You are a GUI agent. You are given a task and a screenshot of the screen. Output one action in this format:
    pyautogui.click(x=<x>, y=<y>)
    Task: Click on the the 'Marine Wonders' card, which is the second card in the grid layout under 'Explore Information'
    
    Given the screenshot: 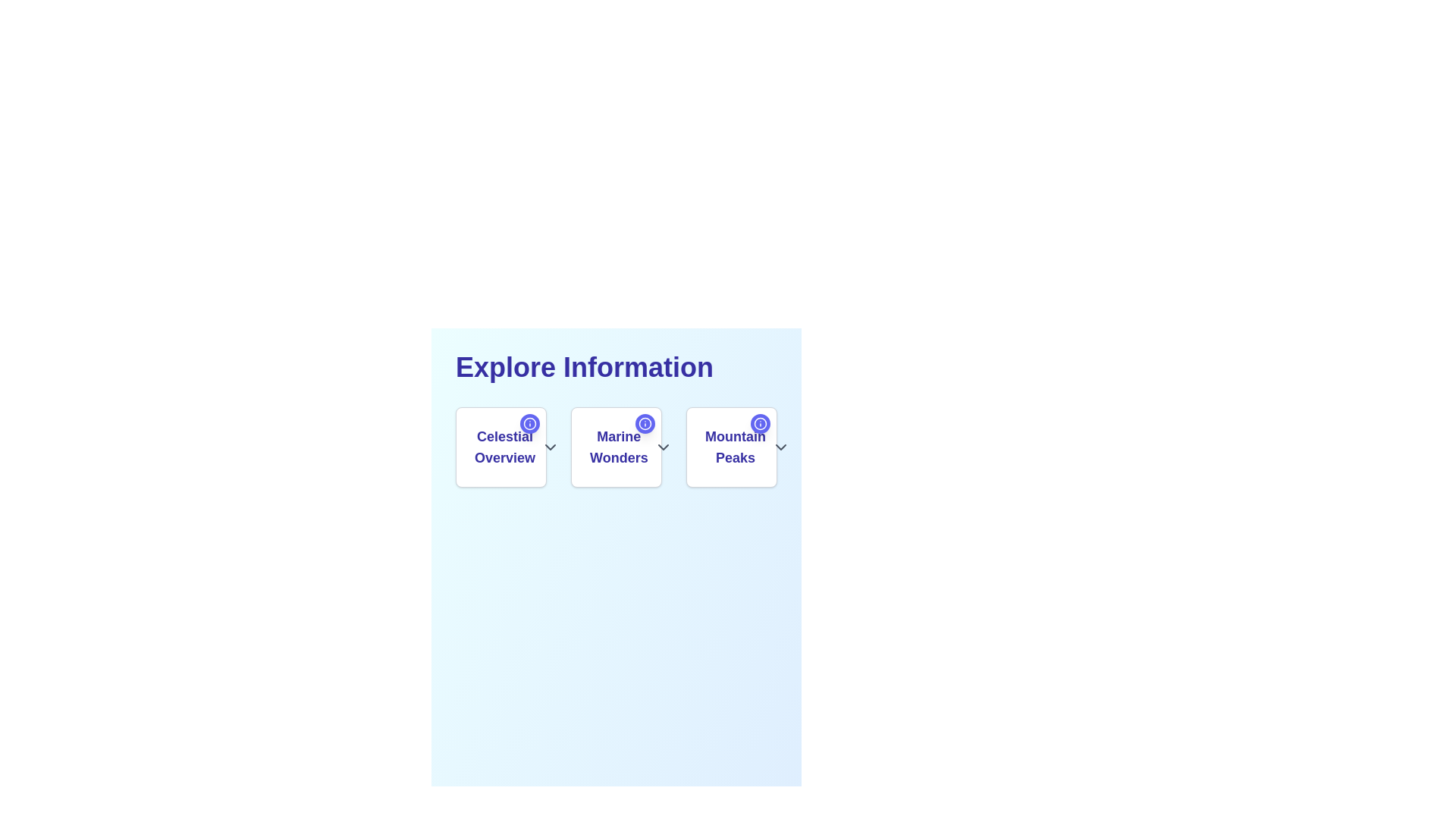 What is the action you would take?
    pyautogui.click(x=616, y=447)
    